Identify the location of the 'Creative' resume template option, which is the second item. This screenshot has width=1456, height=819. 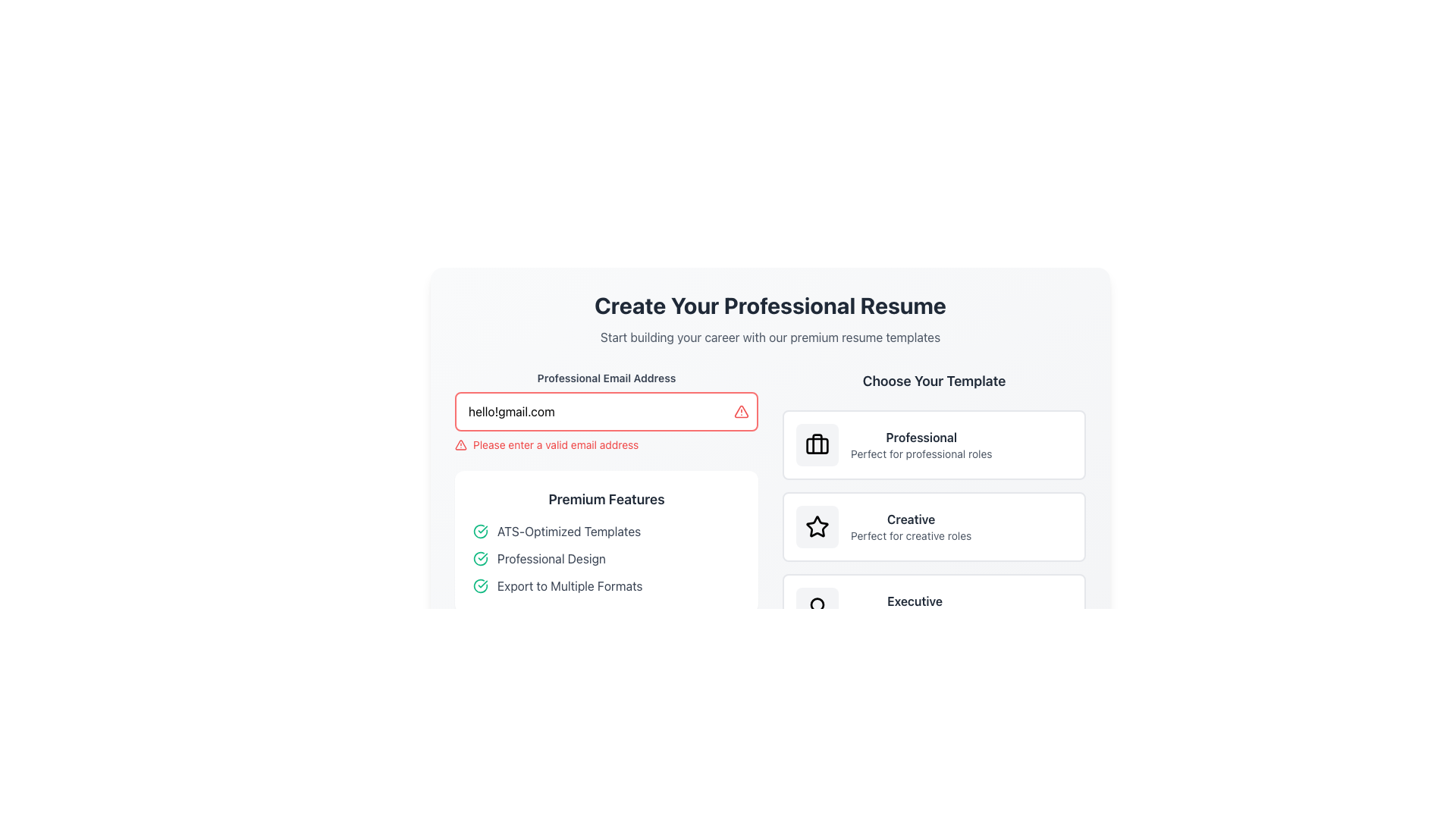
(934, 526).